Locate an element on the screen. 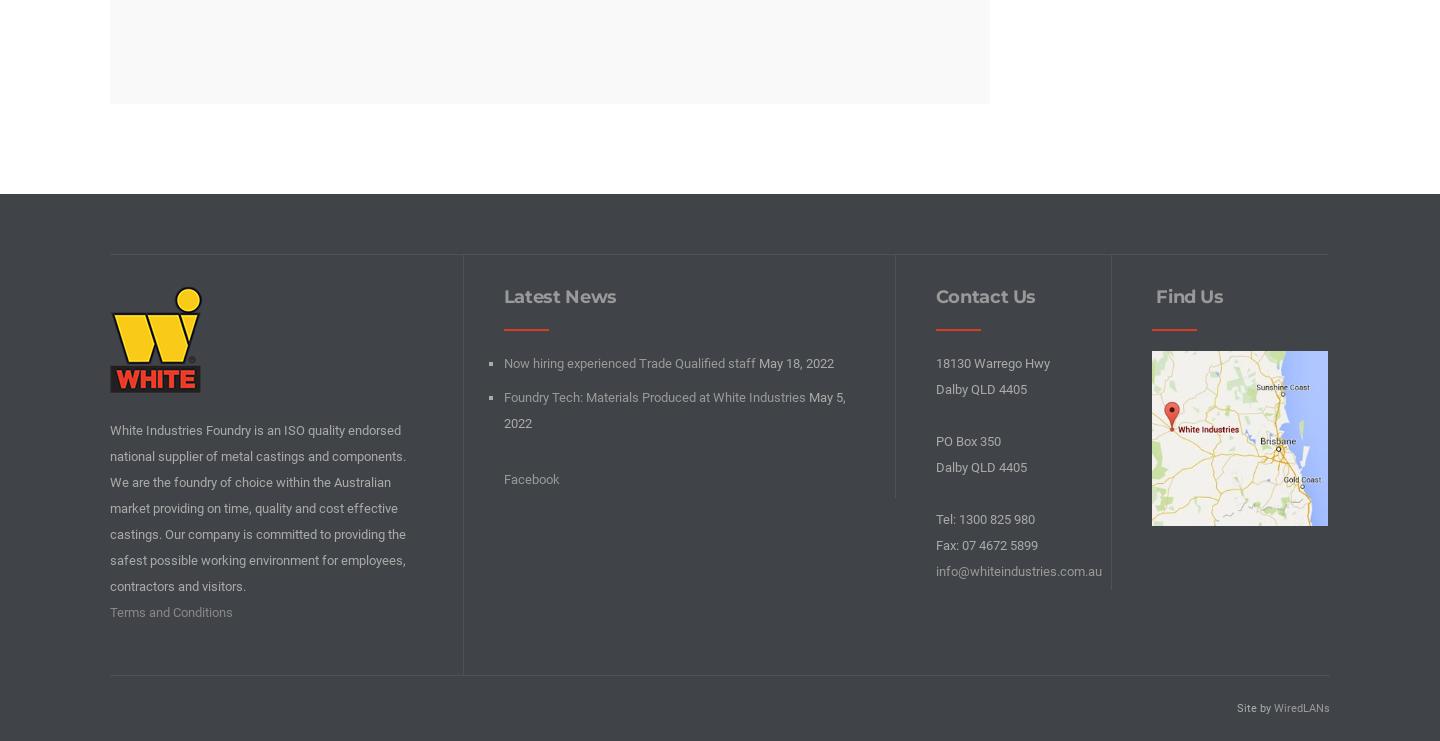 Image resolution: width=1440 pixels, height=741 pixels. 'Find Us' is located at coordinates (1186, 295).